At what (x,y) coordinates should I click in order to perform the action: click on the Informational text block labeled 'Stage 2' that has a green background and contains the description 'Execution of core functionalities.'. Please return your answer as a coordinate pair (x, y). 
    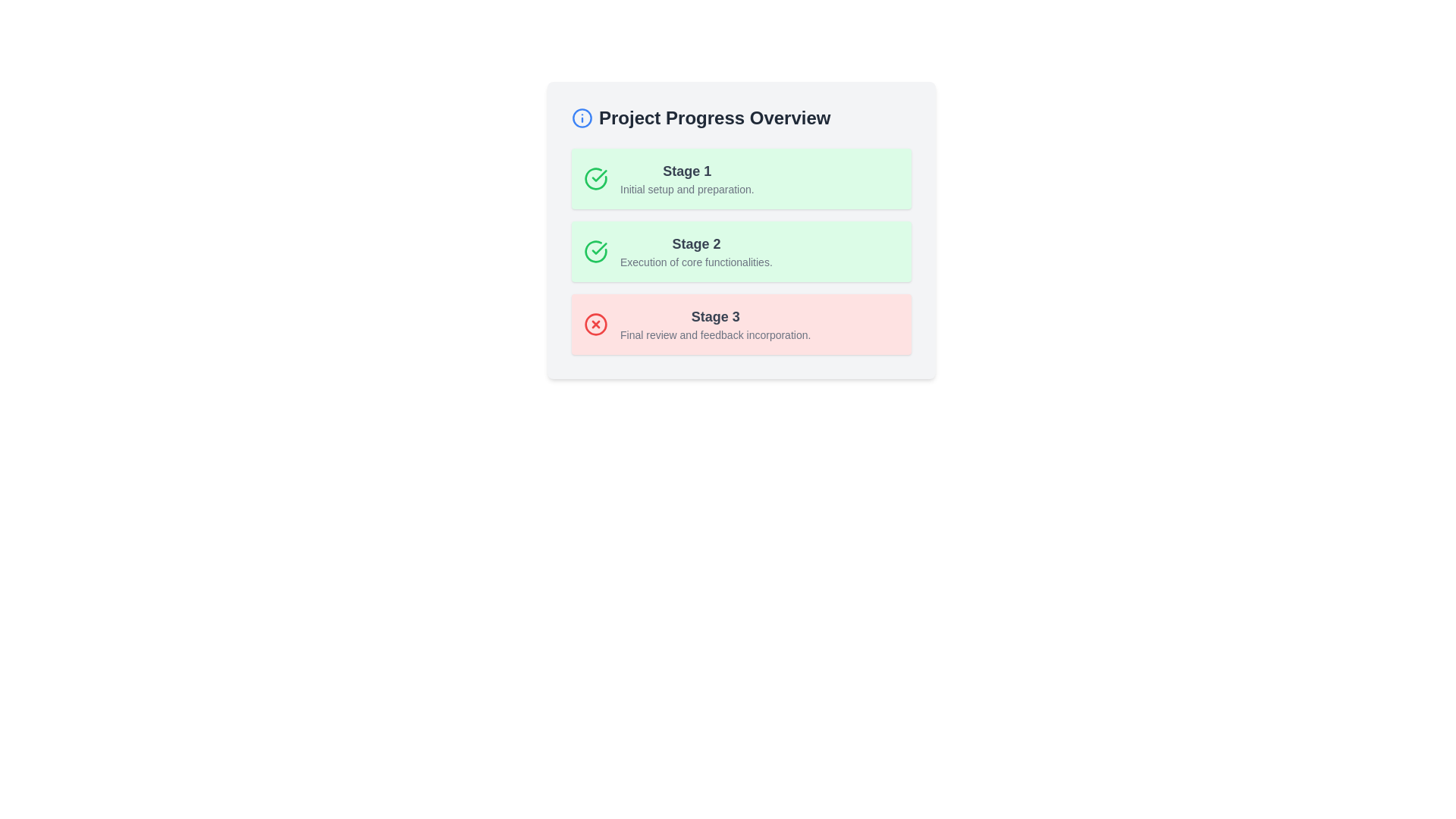
    Looking at the image, I should click on (742, 250).